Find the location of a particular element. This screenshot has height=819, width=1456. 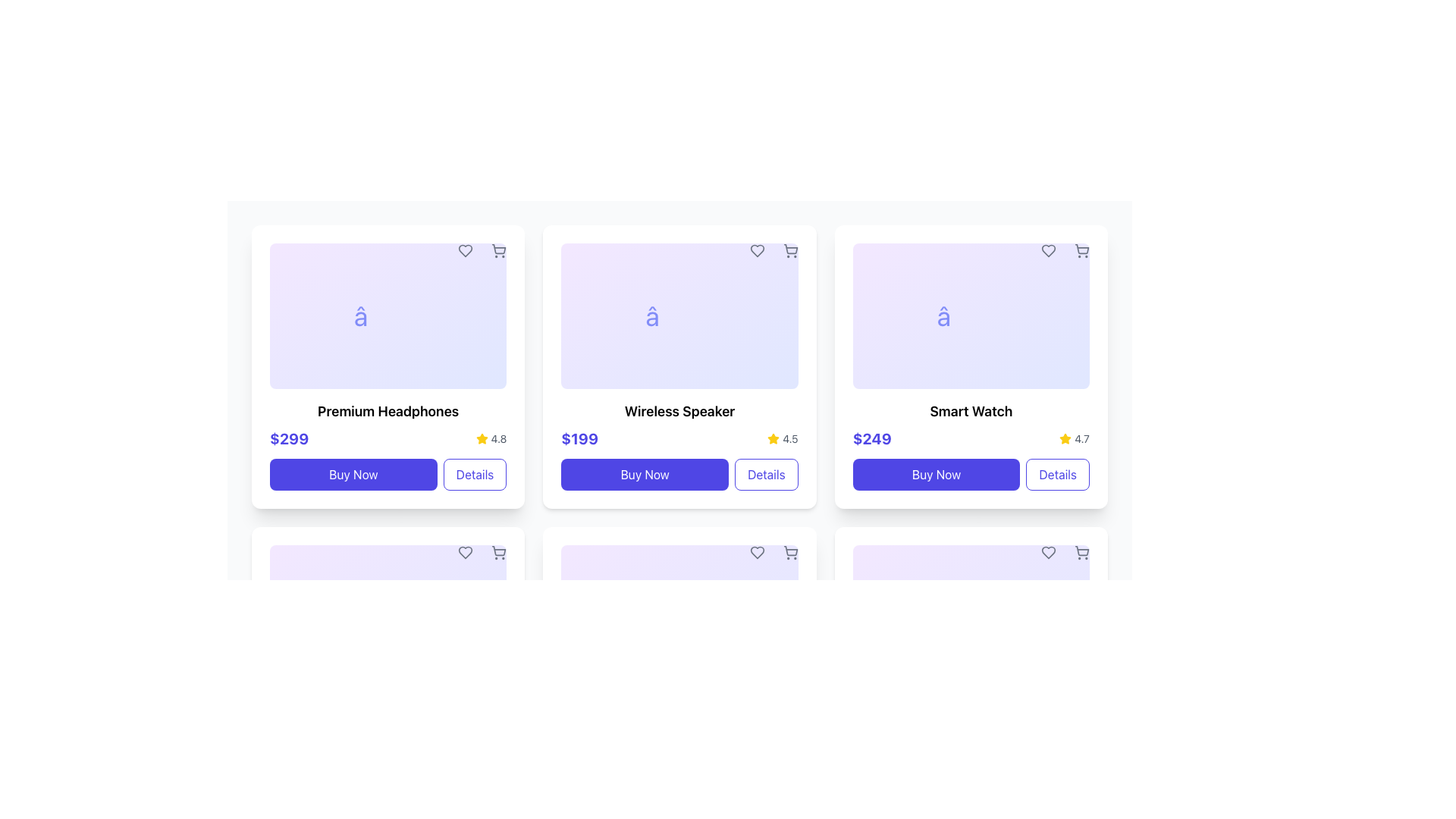

the 'Buy Now' button with a bold indigo background and white text, located in the second product card (Wireless Speaker), to initiate a purchase is located at coordinates (645, 473).